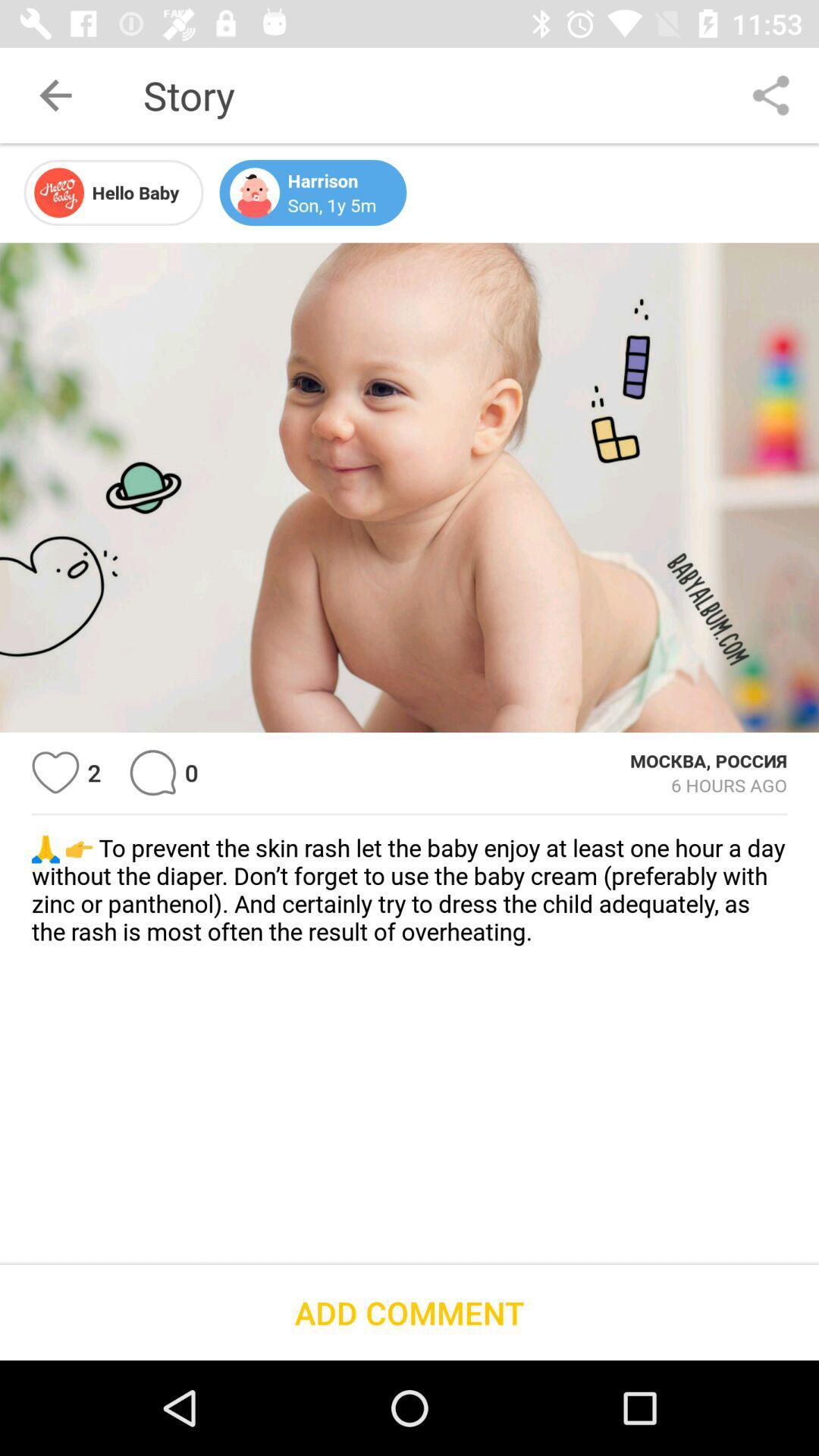 The width and height of the screenshot is (819, 1456). I want to click on the favorite icon, so click(55, 773).